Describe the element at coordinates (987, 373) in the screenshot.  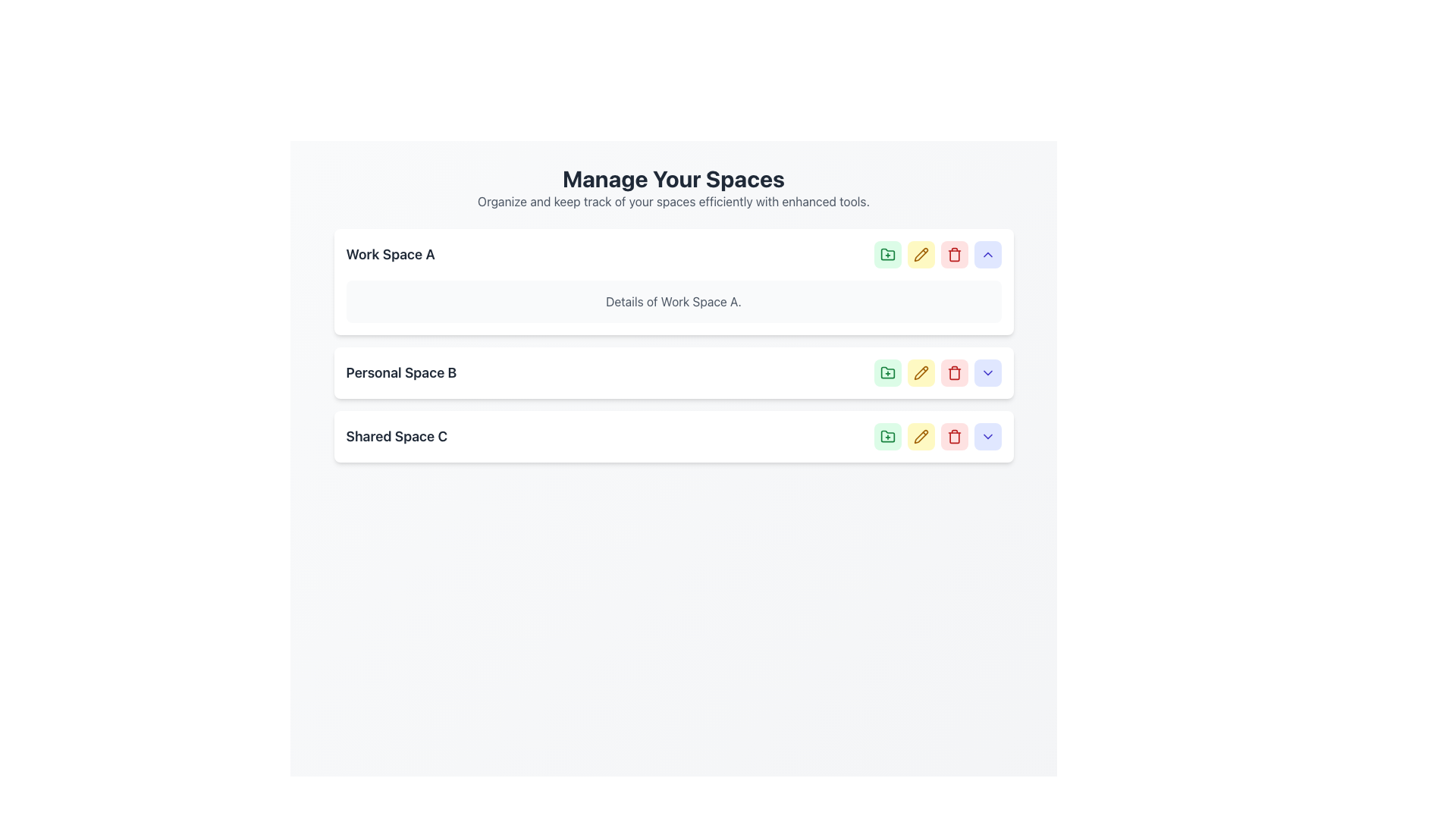
I see `the visibility toggle button for 'Personal Space B' located at the far right of the options toolbar` at that location.